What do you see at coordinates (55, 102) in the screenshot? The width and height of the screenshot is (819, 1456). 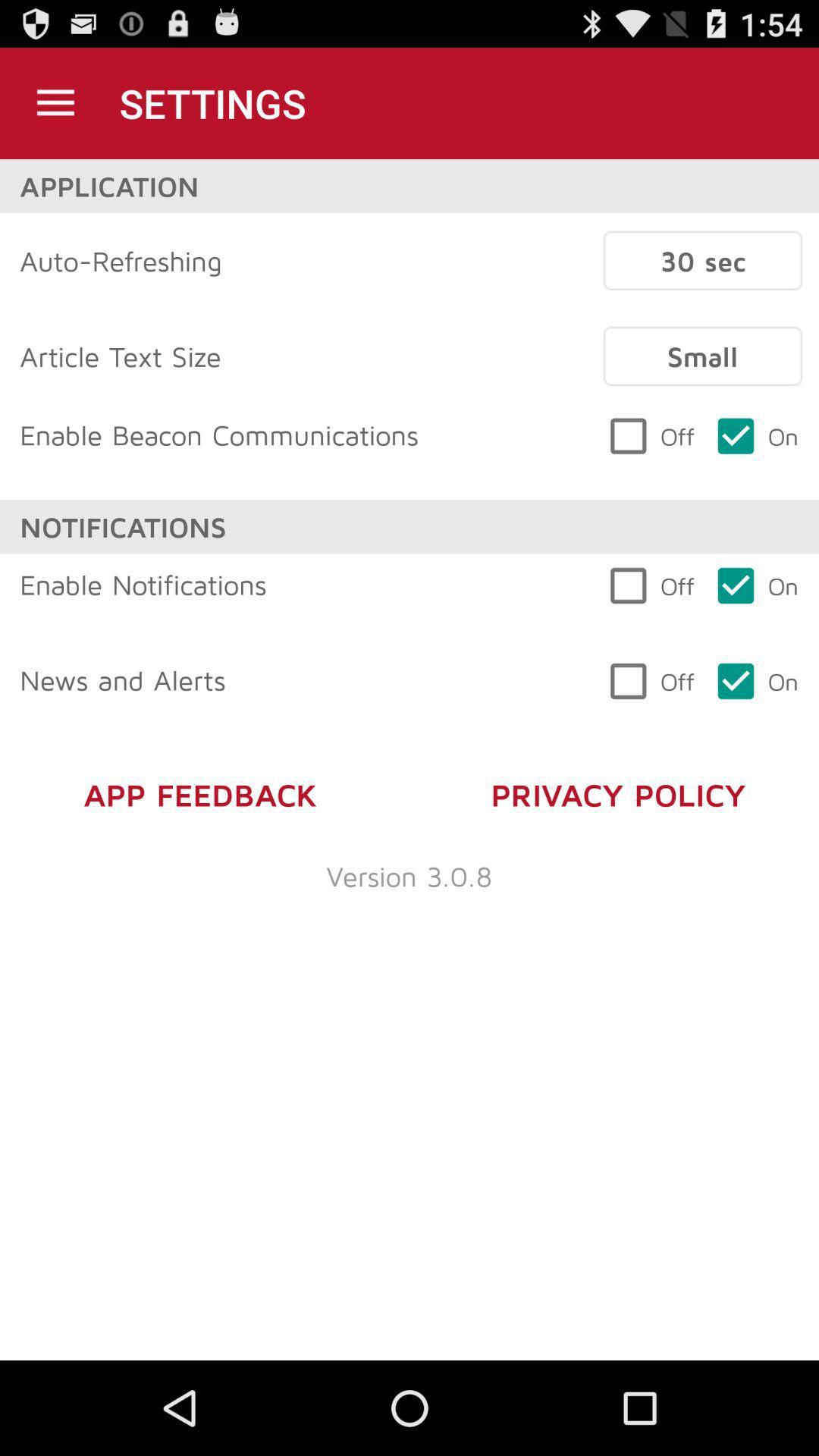 I see `the app next to the settings` at bounding box center [55, 102].